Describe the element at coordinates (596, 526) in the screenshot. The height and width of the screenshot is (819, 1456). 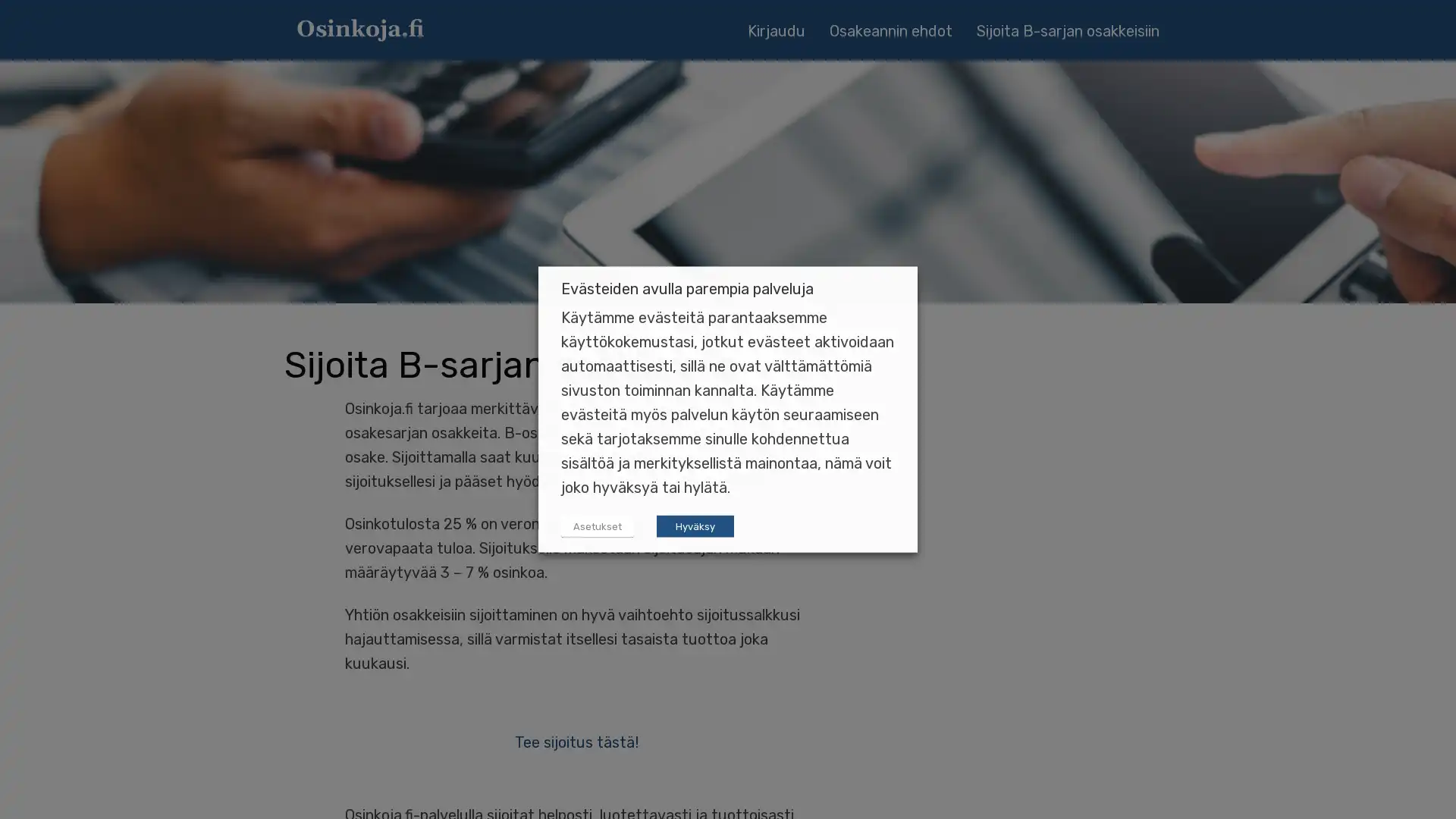
I see `Asetukset` at that location.